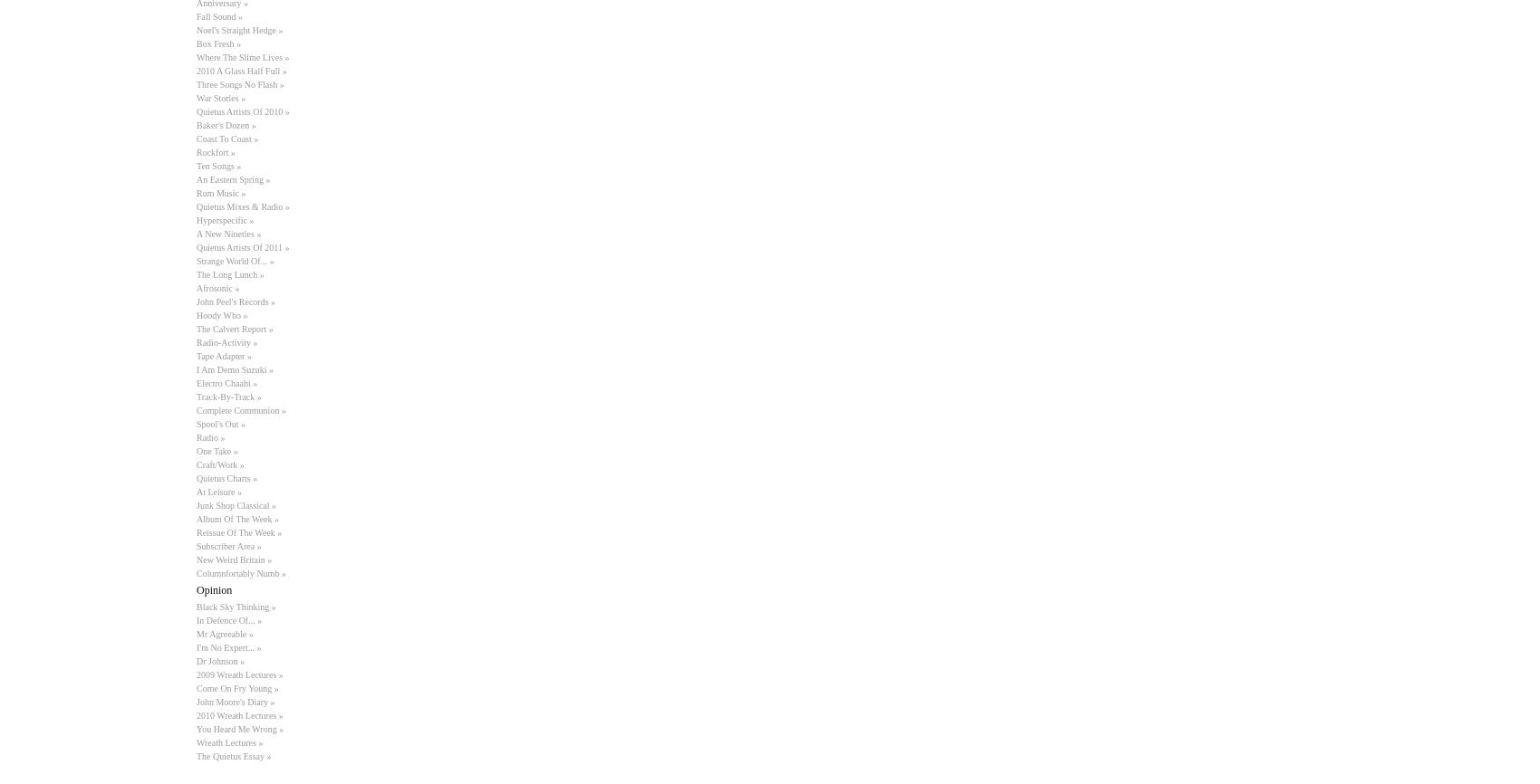 This screenshot has width=1540, height=784. What do you see at coordinates (217, 287) in the screenshot?
I see `'Afrosonic »'` at bounding box center [217, 287].